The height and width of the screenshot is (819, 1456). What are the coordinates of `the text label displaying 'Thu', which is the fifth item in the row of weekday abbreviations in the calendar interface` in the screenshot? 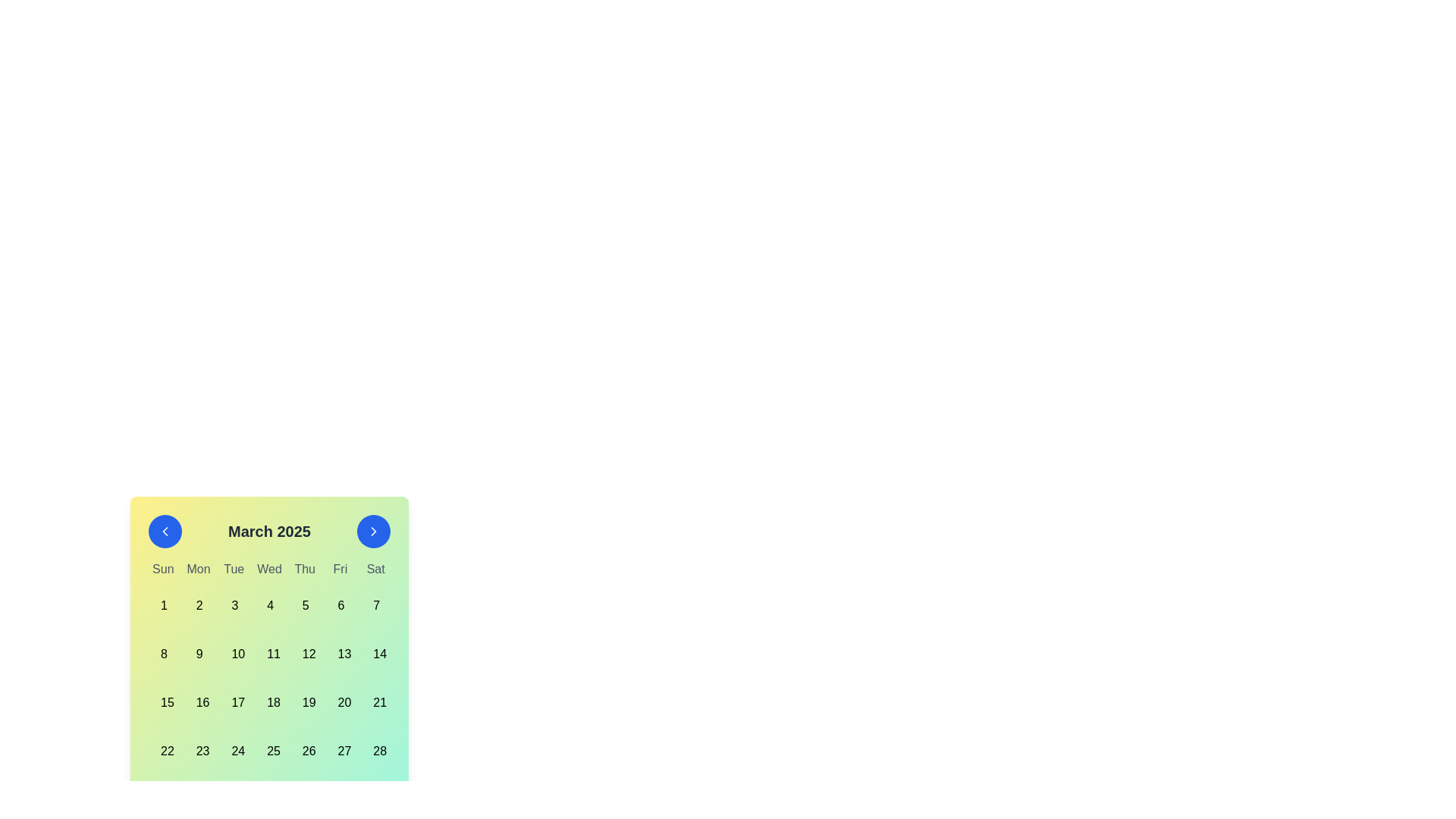 It's located at (304, 570).